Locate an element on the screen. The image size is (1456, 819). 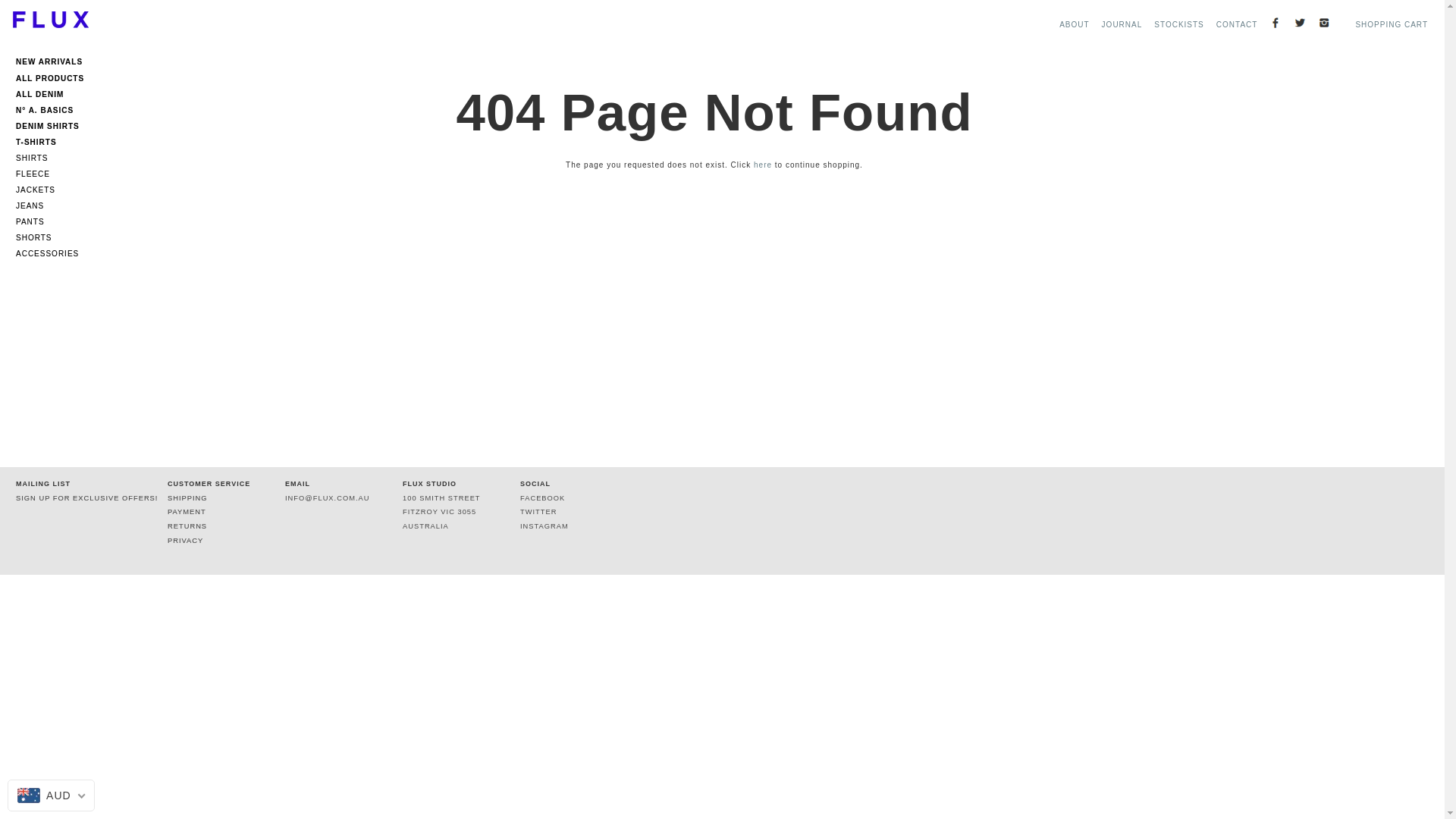
'JEANS' is located at coordinates (54, 206).